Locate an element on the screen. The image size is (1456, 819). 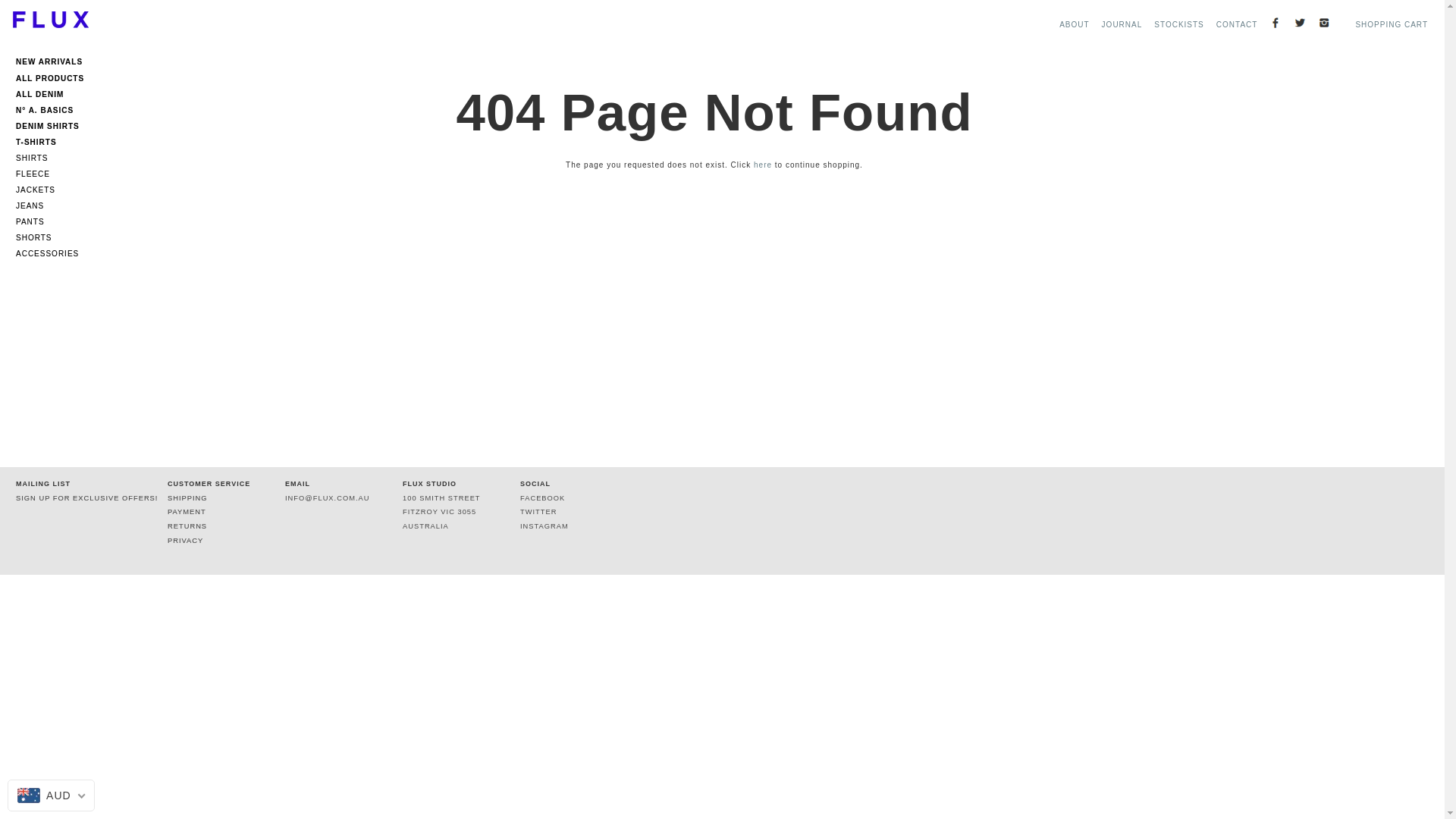
'JEANS' is located at coordinates (54, 206).